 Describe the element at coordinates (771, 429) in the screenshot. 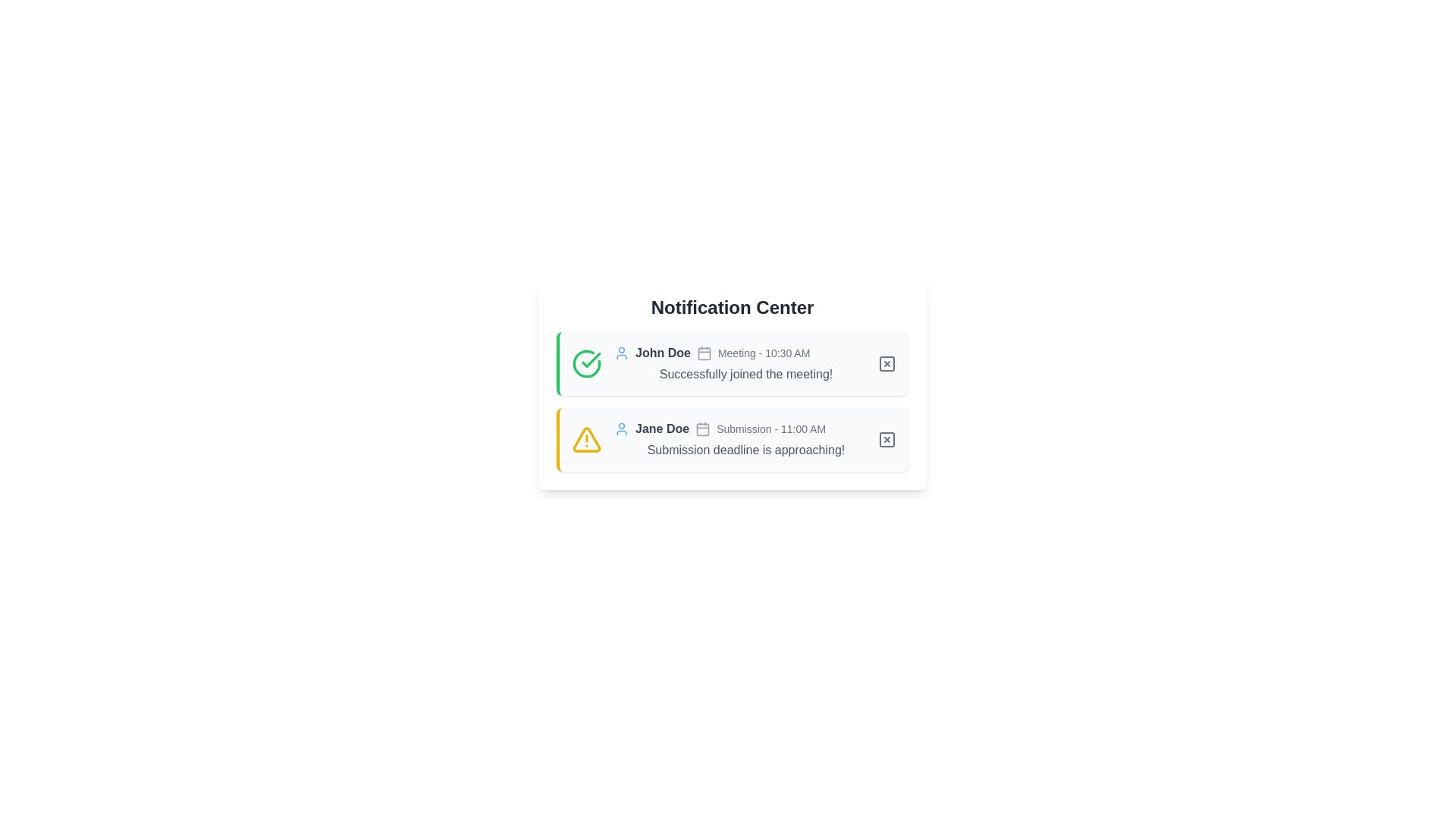

I see `the text element displaying 'Submission - 11:00 AM', which is styled in small gray text and positioned to the right of 'Jane Doe' within the second notification entry` at that location.